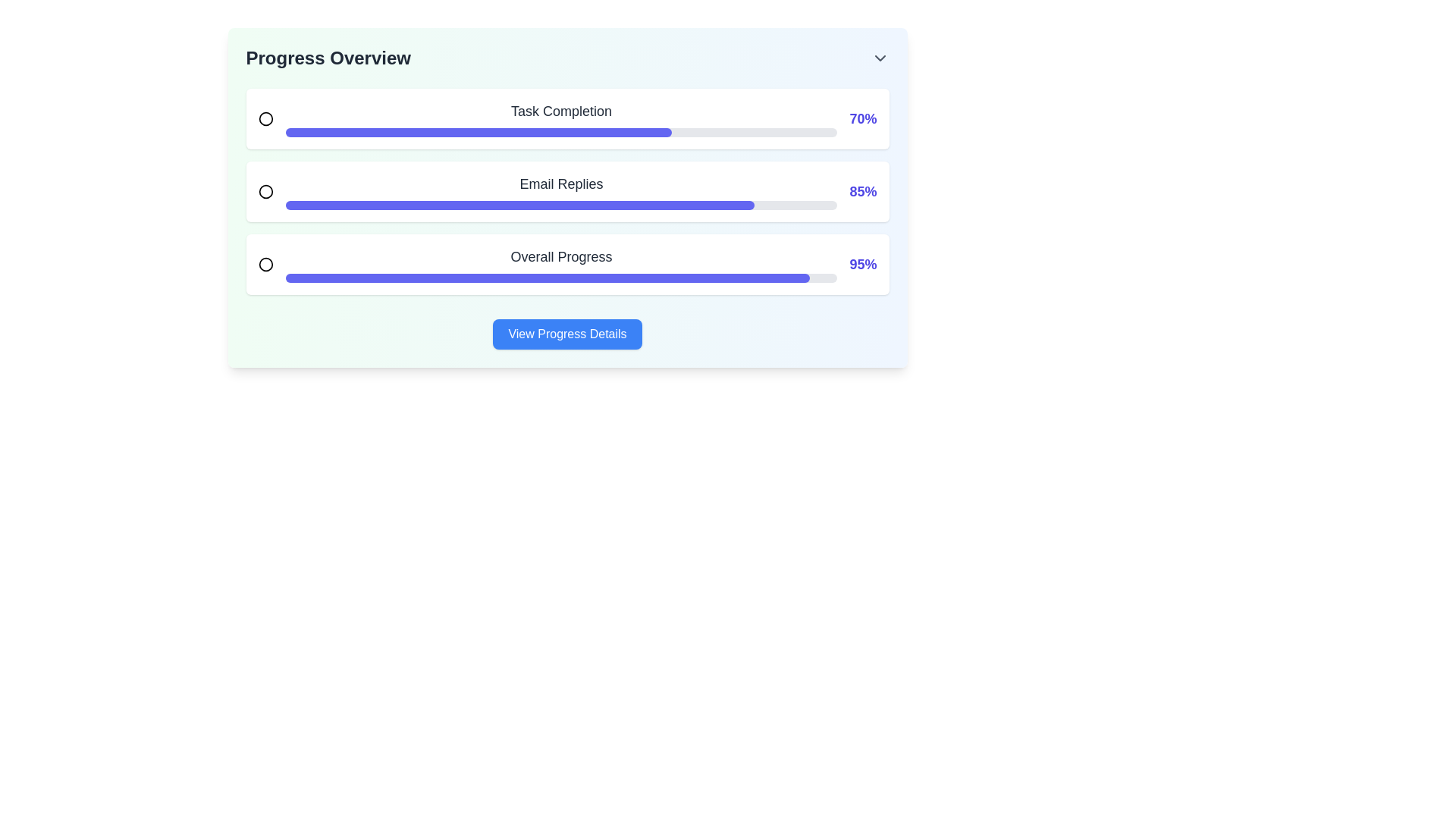  What do you see at coordinates (560, 110) in the screenshot?
I see `the 'Task Completion' text label, which indicates the activity of the associated progress bar located near the top left of the layout` at bounding box center [560, 110].